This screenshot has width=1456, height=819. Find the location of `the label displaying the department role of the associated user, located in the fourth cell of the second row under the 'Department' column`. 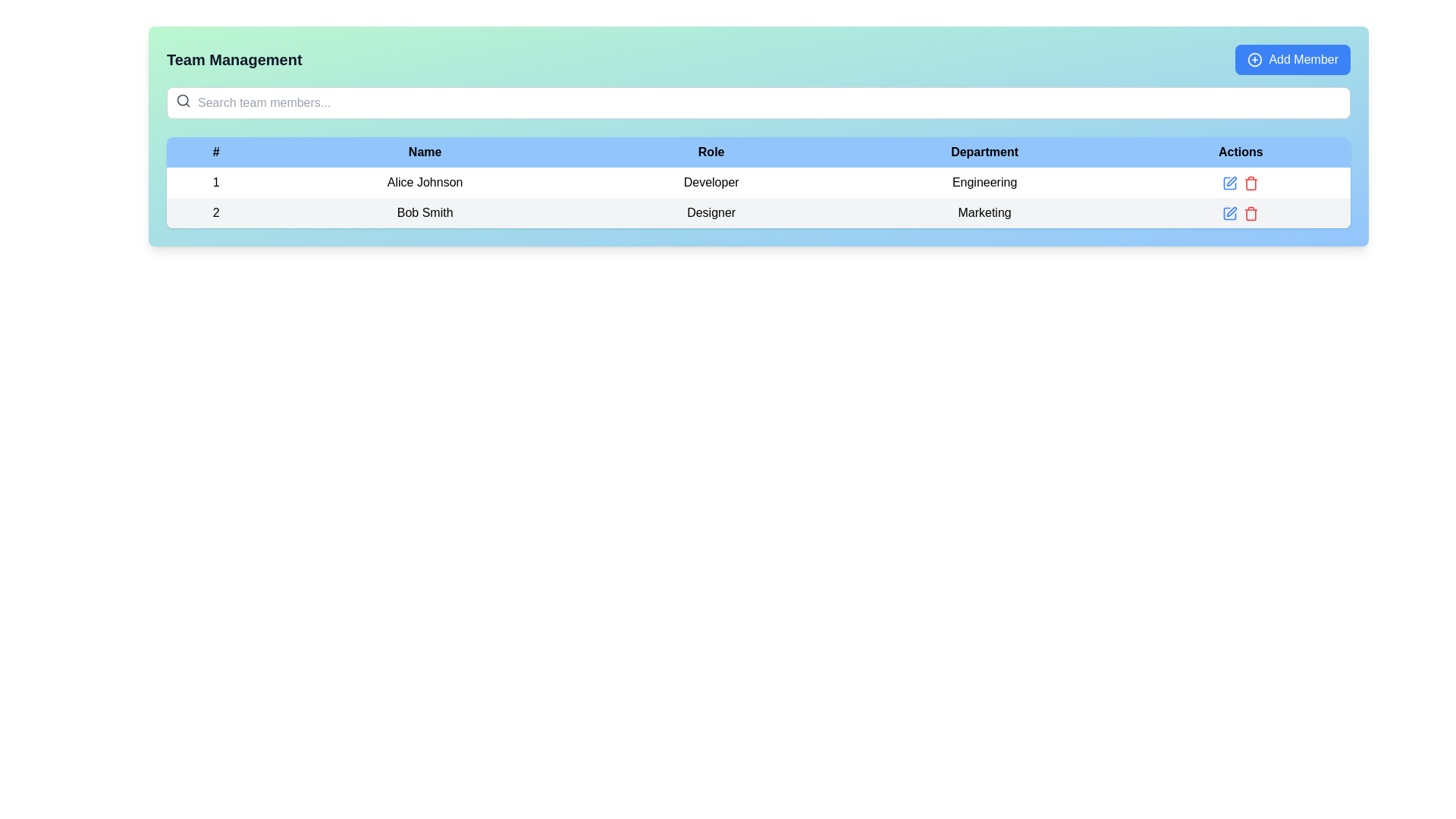

the label displaying the department role of the associated user, located in the fourth cell of the second row under the 'Department' column is located at coordinates (984, 213).